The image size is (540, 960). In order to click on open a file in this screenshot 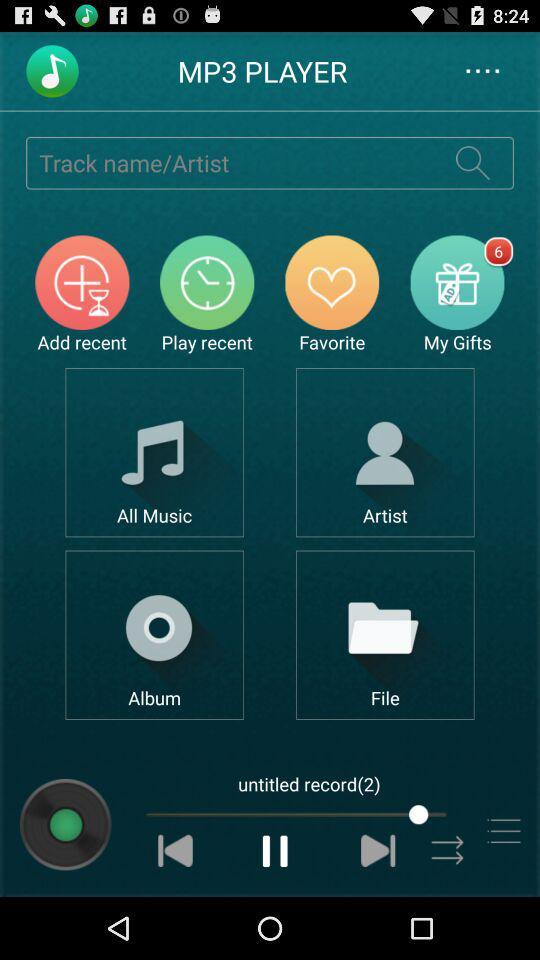, I will do `click(385, 634)`.